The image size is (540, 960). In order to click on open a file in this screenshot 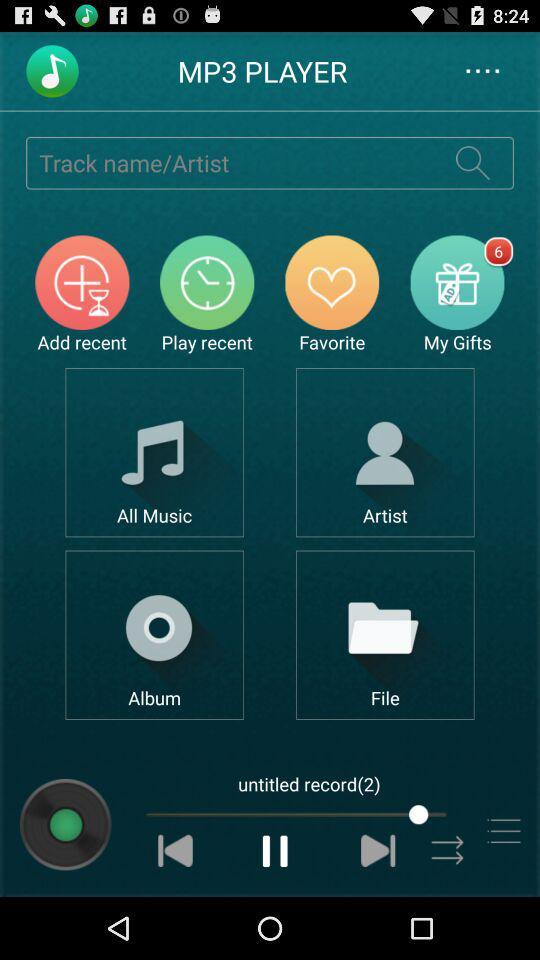, I will do `click(385, 634)`.